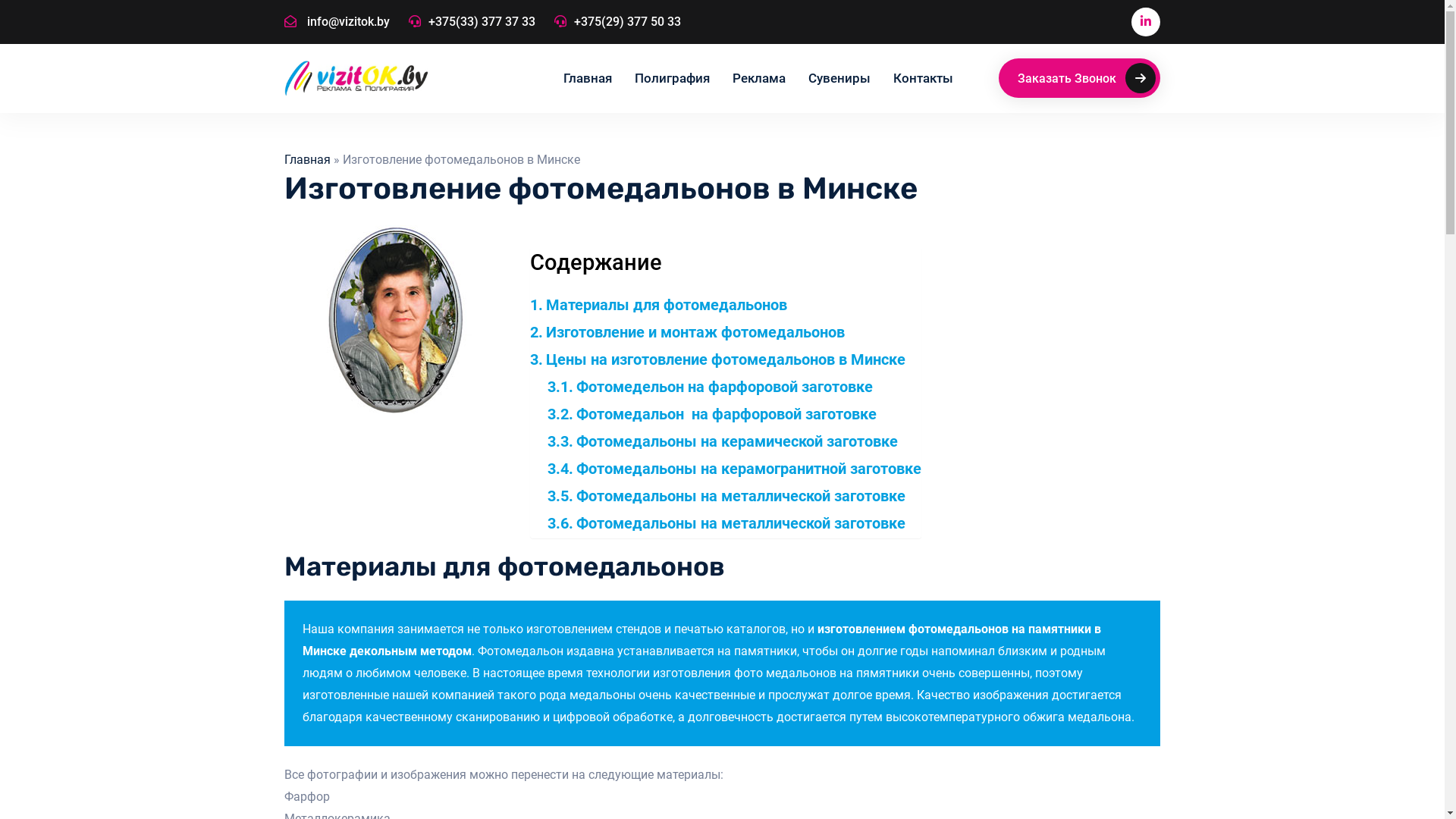 The width and height of the screenshot is (1456, 819). I want to click on 'info@vizitok.by', so click(336, 22).